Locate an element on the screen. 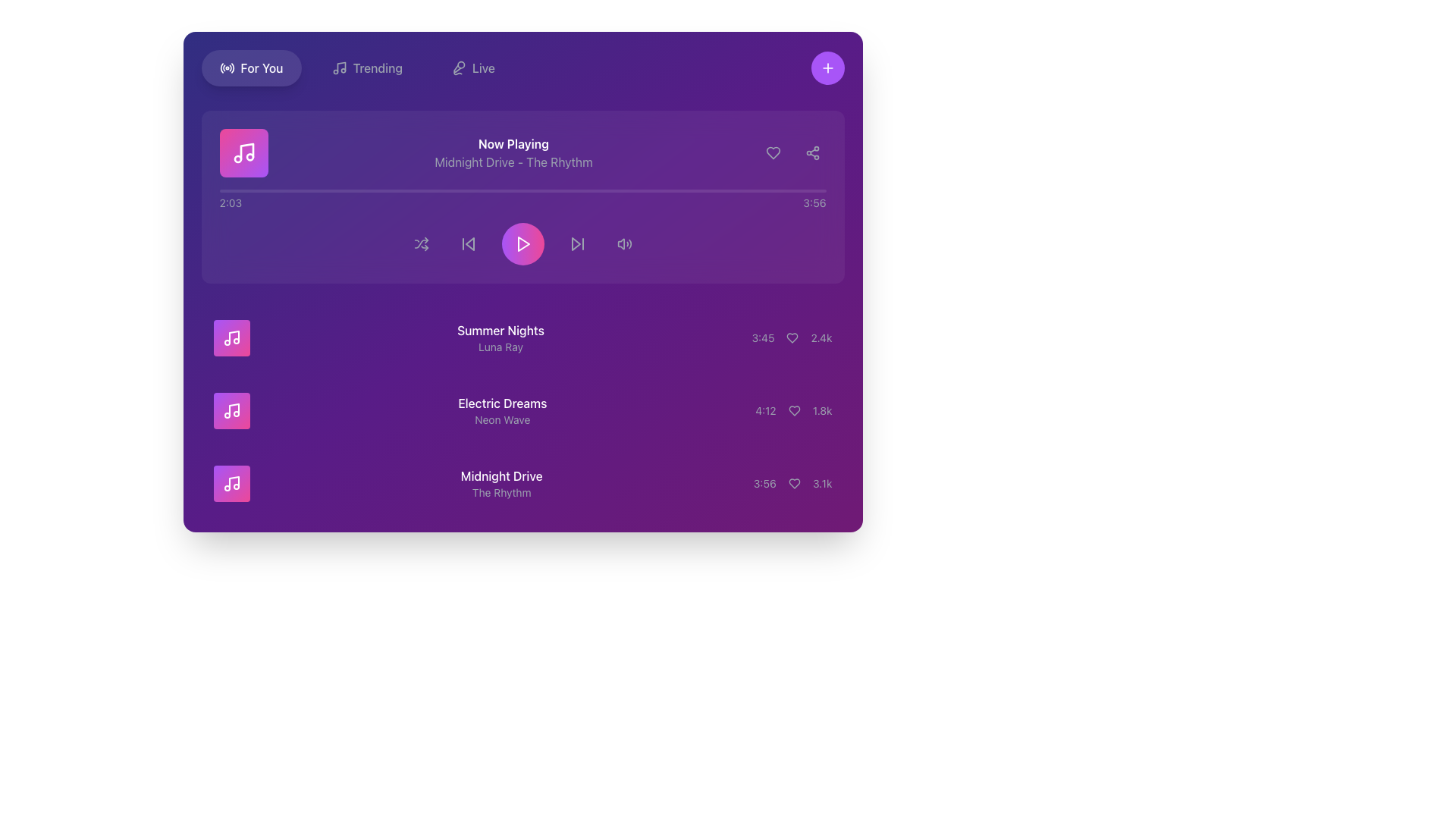  the forward skip icon, which is a triangle pointing right with a vertical line, located to the right of the circular play button is located at coordinates (576, 243).